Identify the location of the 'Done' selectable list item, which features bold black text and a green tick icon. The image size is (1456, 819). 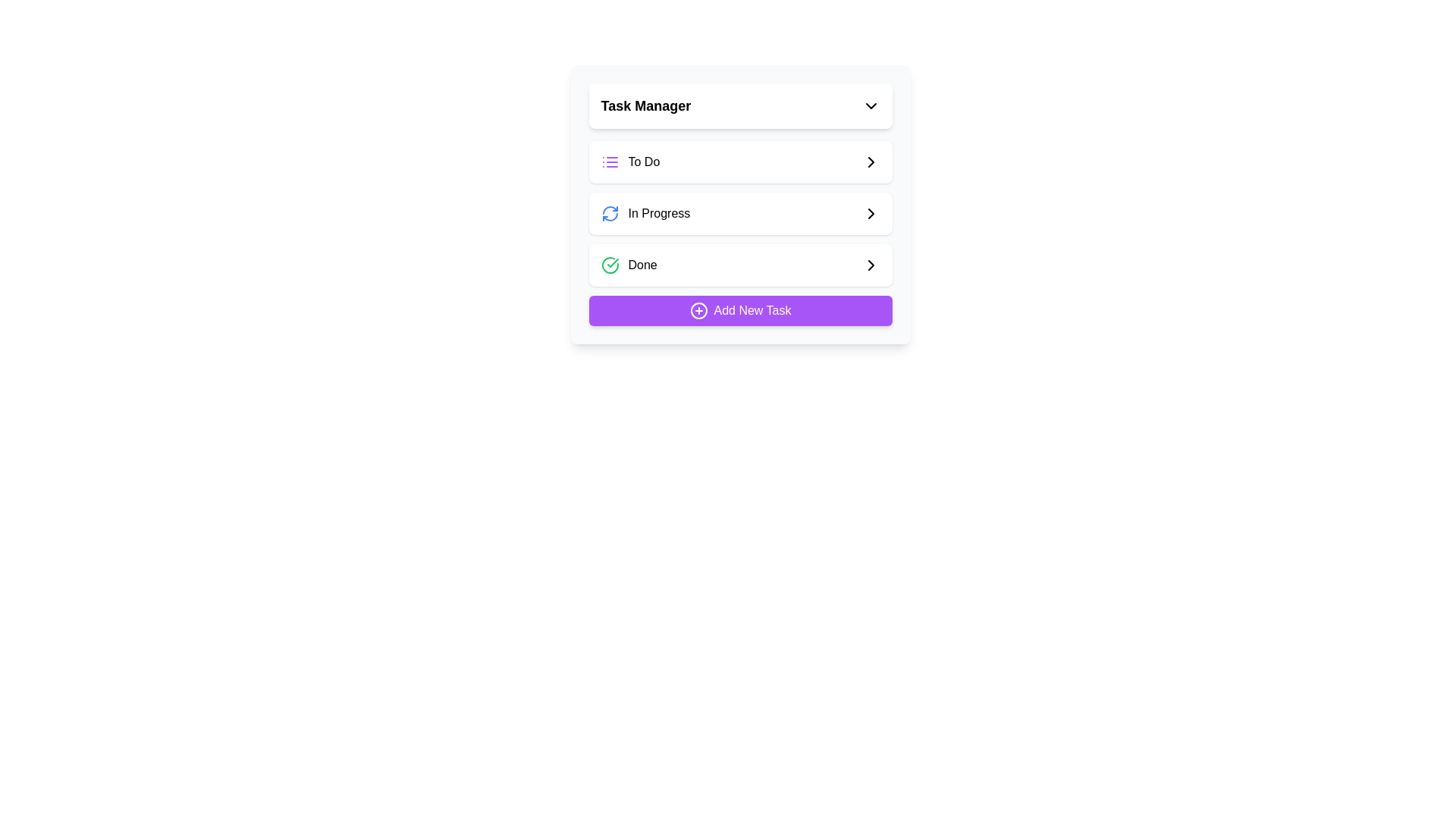
(629, 265).